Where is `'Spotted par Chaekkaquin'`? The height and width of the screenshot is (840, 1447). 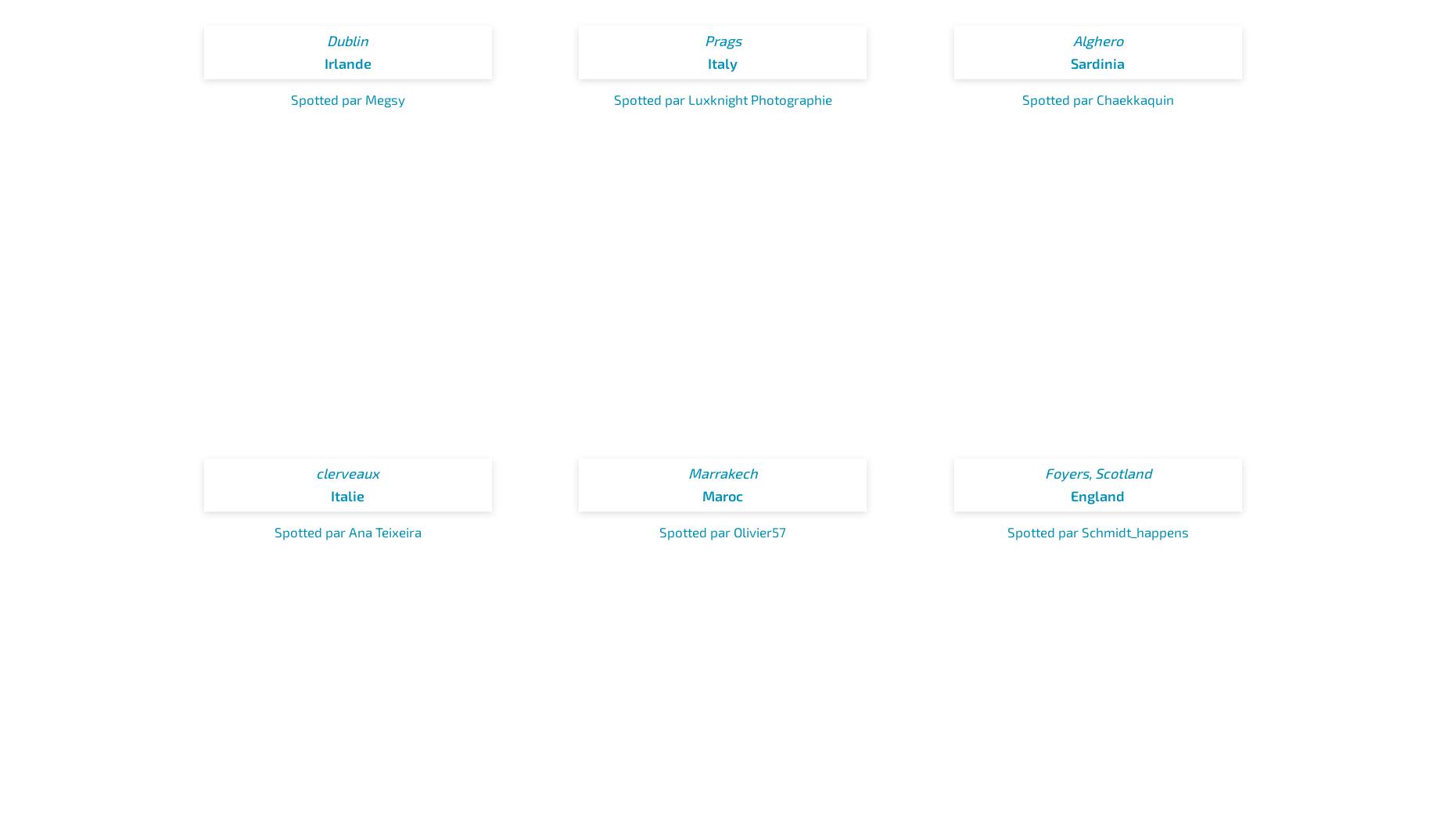
'Spotted par Chaekkaquin' is located at coordinates (1097, 97).